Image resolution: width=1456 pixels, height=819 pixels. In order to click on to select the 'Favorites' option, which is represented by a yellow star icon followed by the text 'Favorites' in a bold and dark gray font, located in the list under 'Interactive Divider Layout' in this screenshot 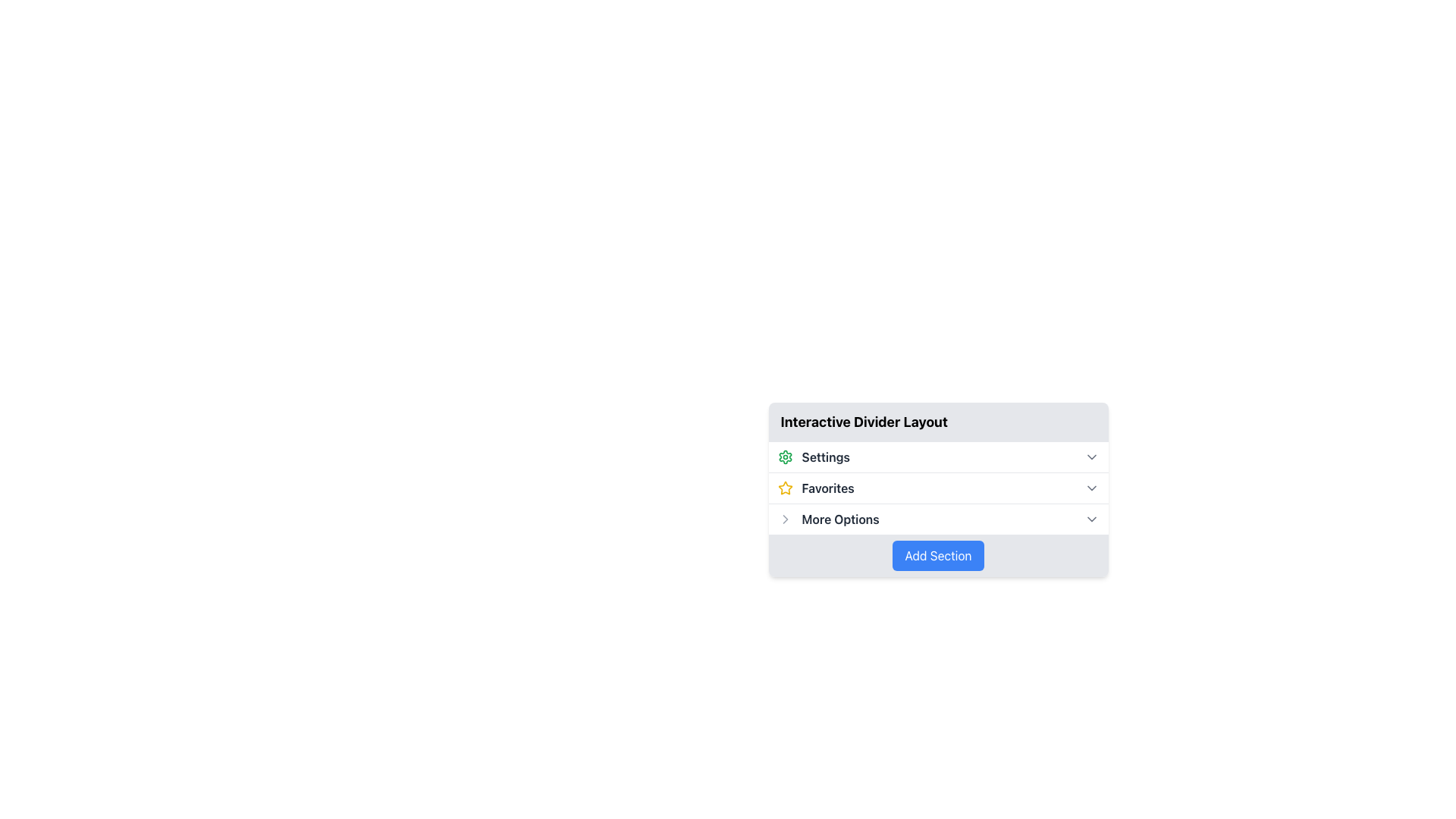, I will do `click(815, 488)`.